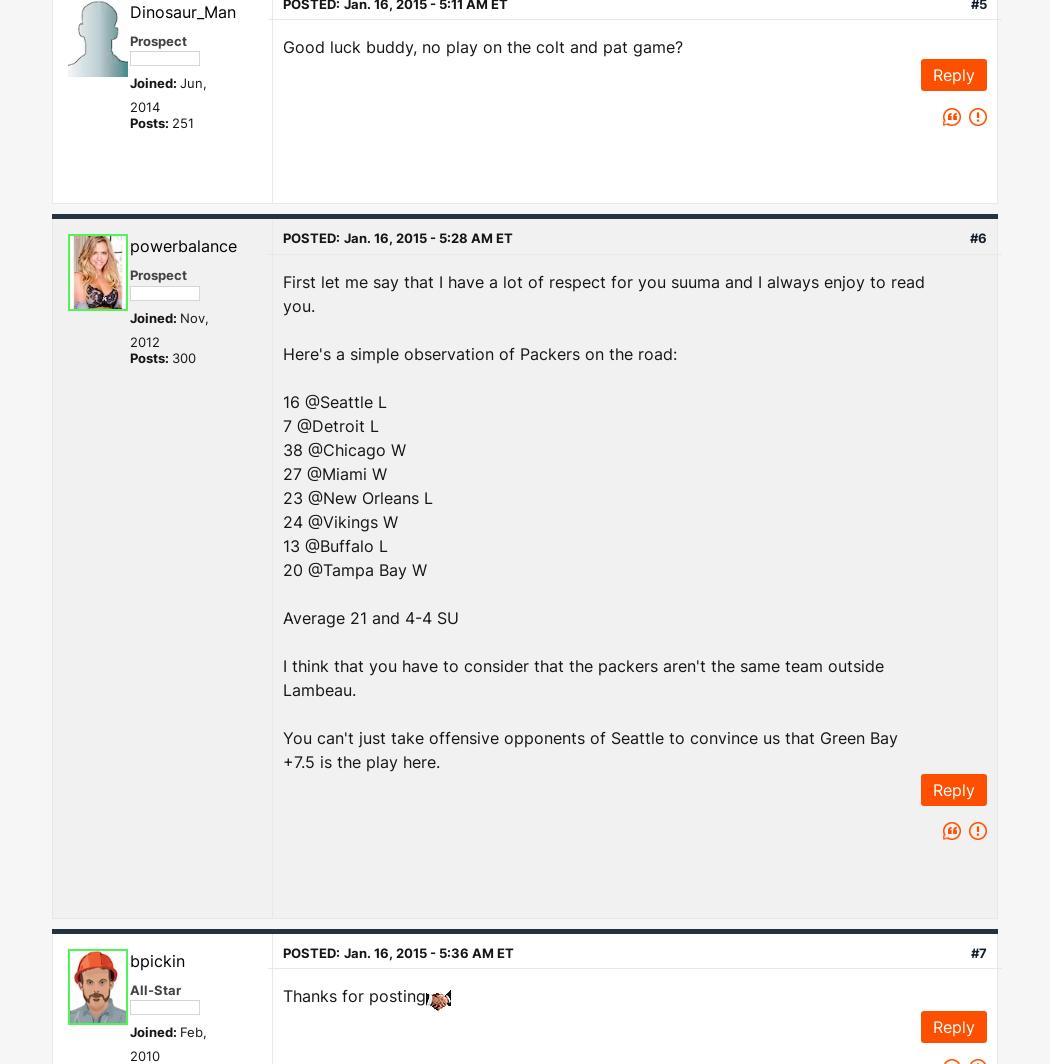  What do you see at coordinates (183, 10) in the screenshot?
I see `'Dinosaur_Man'` at bounding box center [183, 10].